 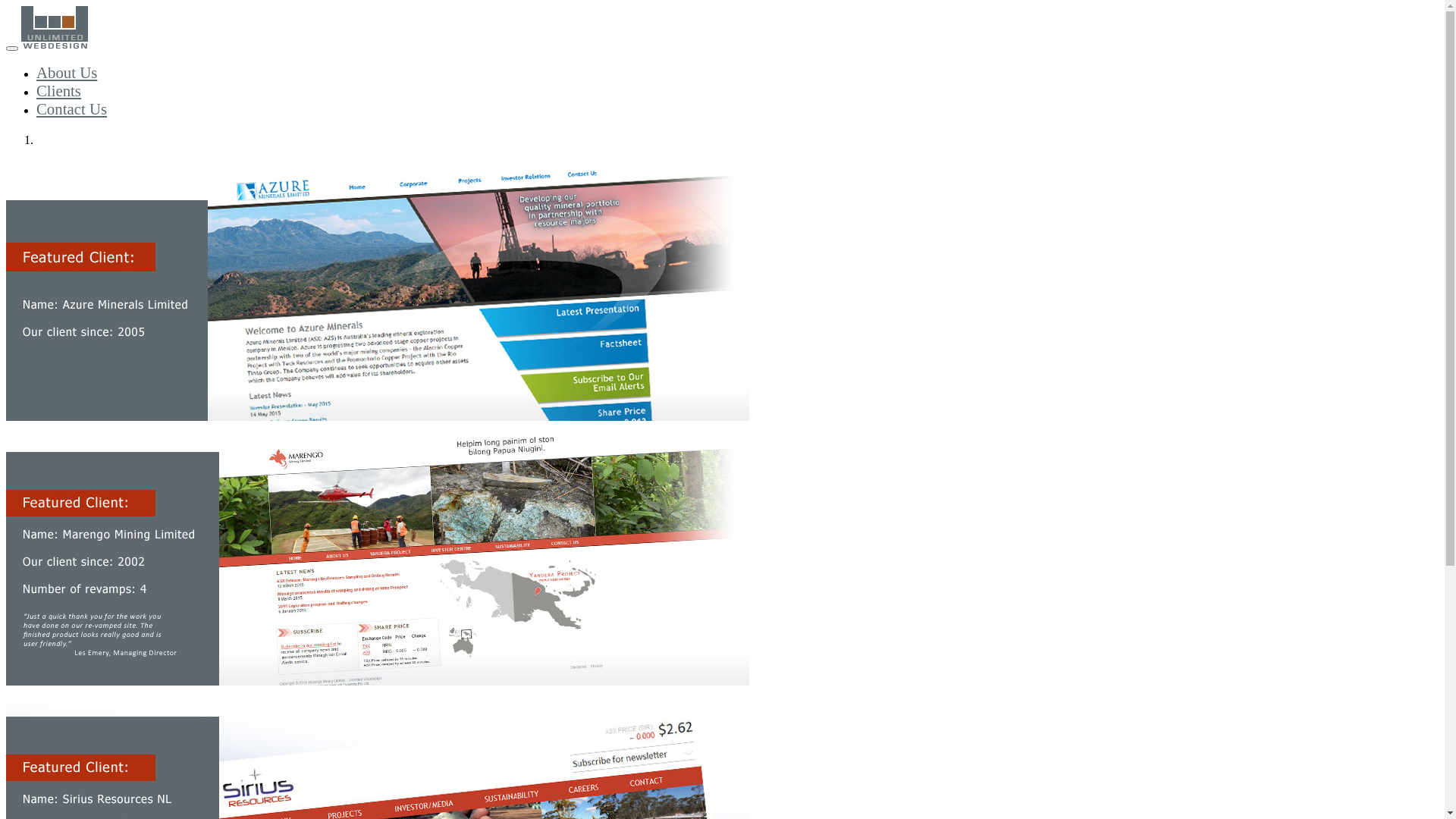 What do you see at coordinates (71, 108) in the screenshot?
I see `'Contact Us'` at bounding box center [71, 108].